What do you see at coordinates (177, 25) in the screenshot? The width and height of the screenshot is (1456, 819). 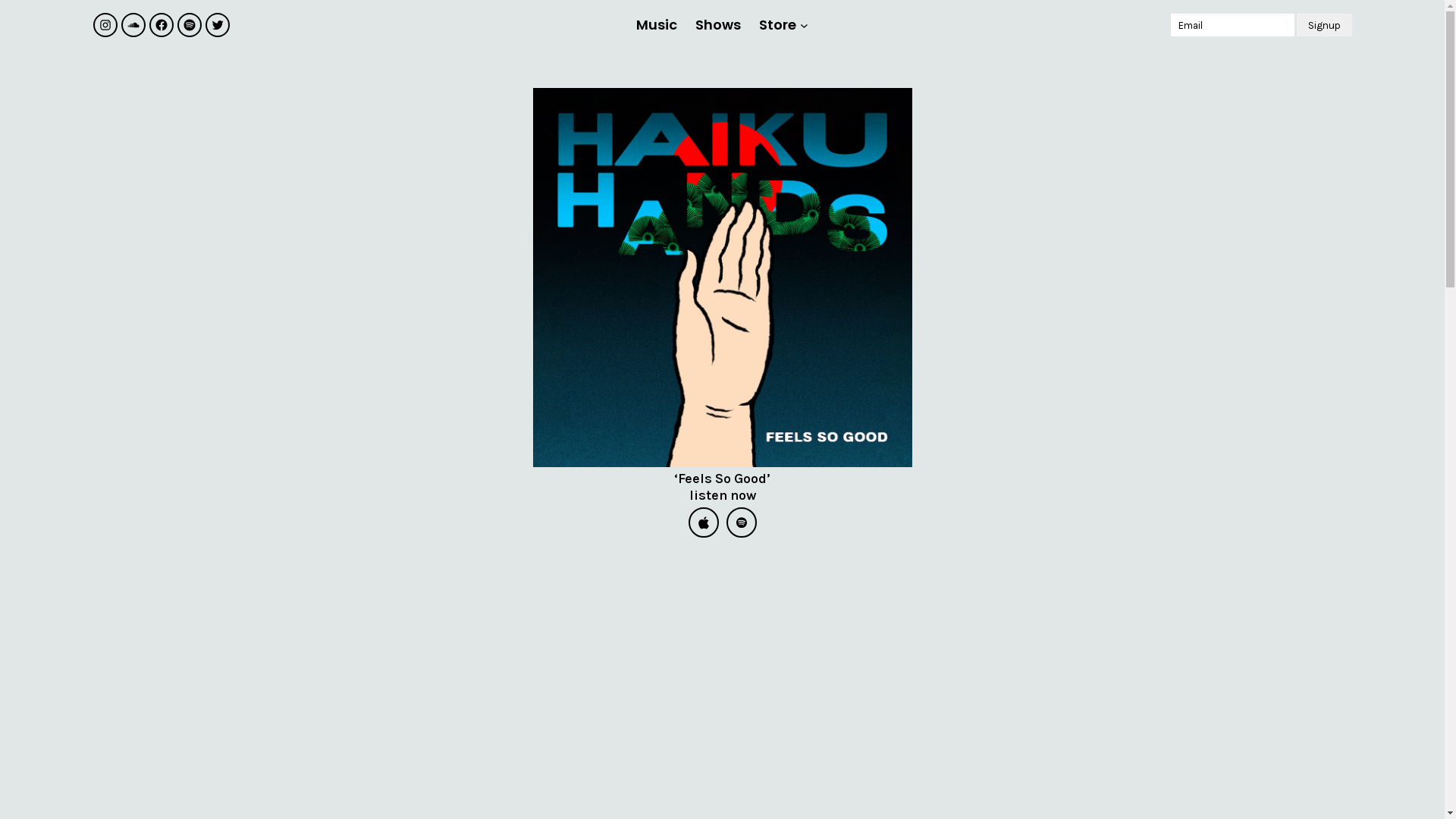 I see `'Spotify'` at bounding box center [177, 25].